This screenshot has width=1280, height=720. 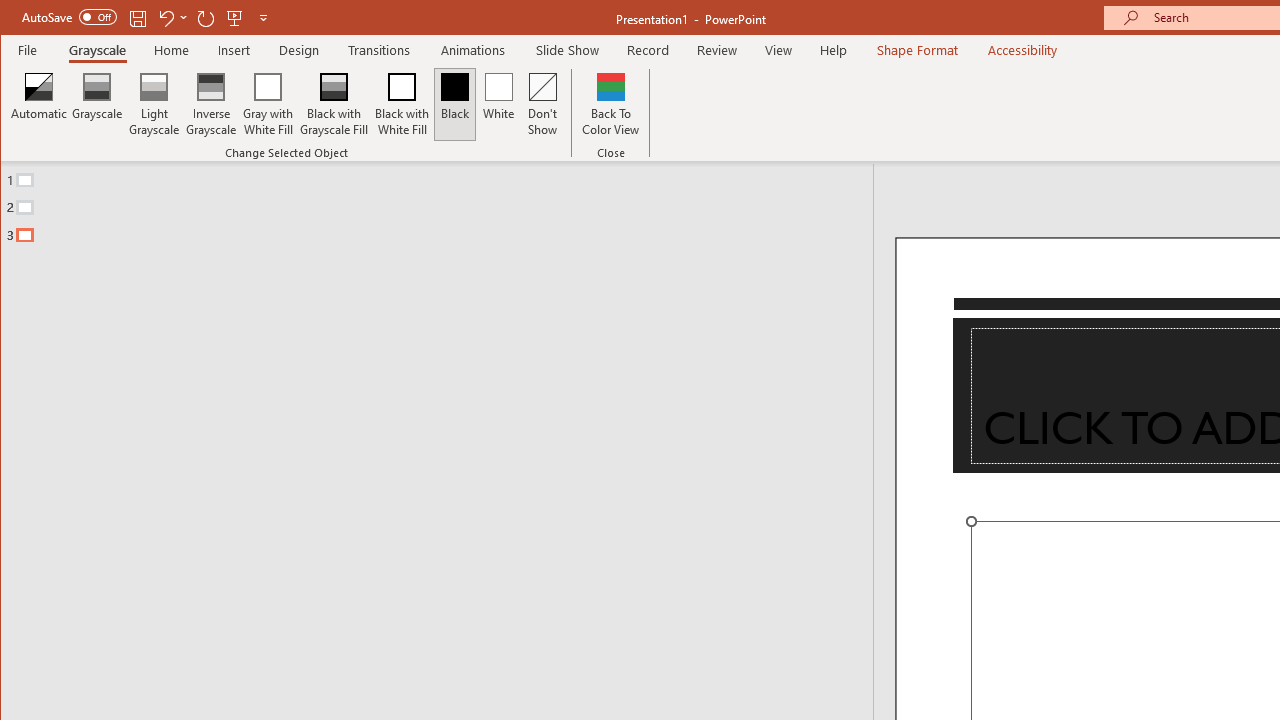 I want to click on 'Black with Grayscale Fill', so click(x=334, y=104).